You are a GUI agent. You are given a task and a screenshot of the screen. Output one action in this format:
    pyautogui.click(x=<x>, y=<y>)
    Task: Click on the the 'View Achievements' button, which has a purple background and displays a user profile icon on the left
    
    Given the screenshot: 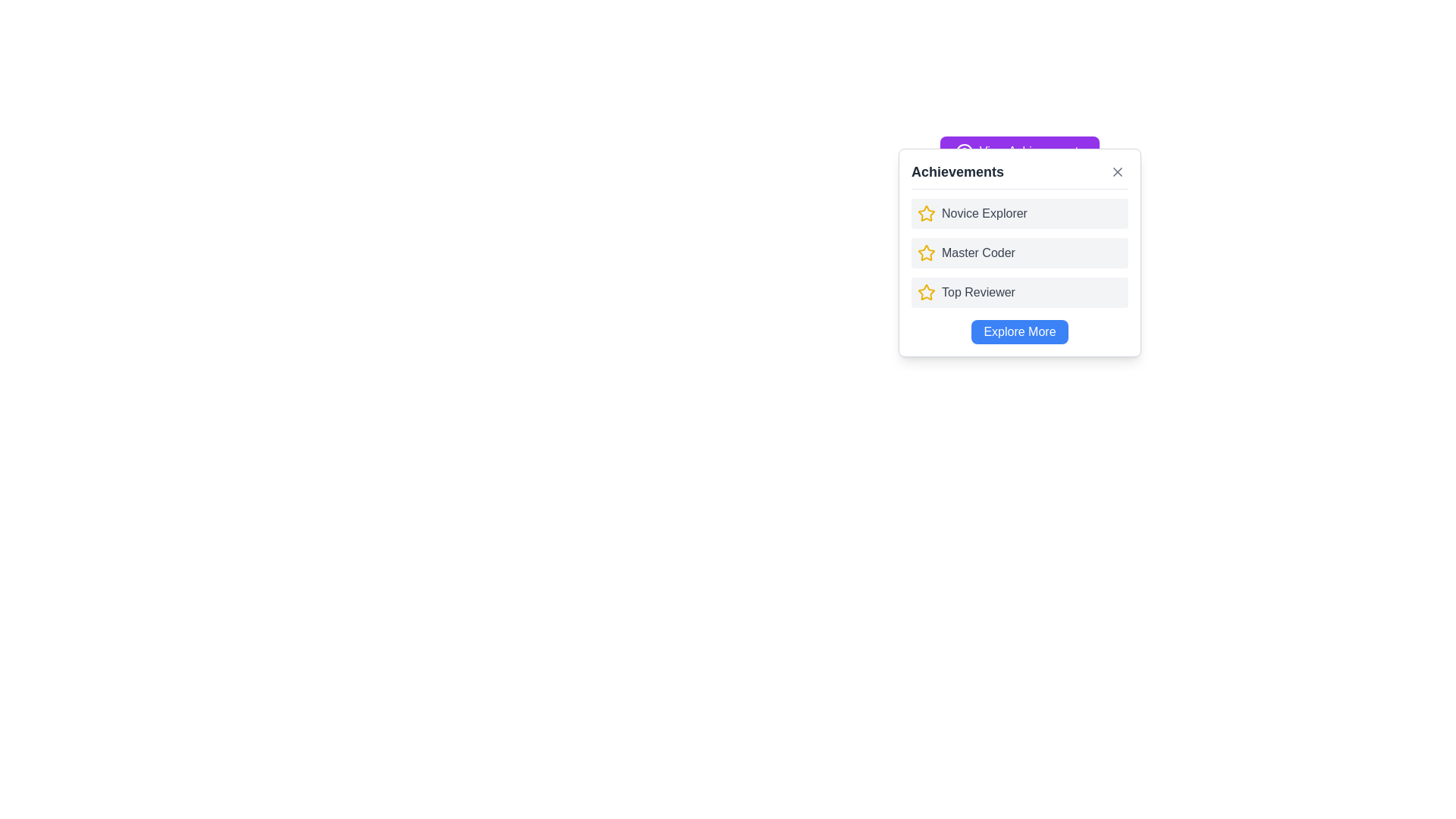 What is the action you would take?
    pyautogui.click(x=1019, y=152)
    